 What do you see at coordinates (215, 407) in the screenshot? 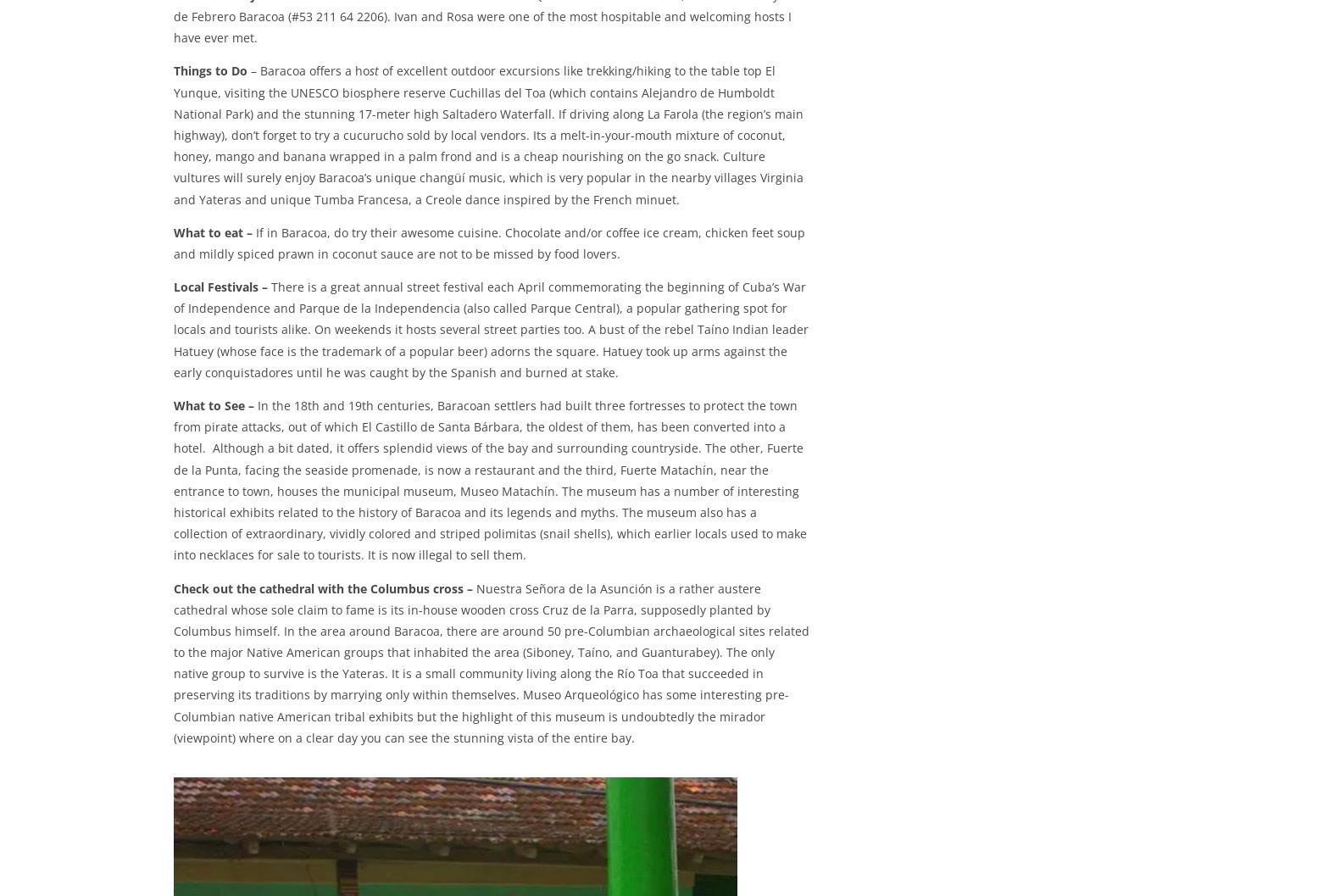
I see `'What to See –'` at bounding box center [215, 407].